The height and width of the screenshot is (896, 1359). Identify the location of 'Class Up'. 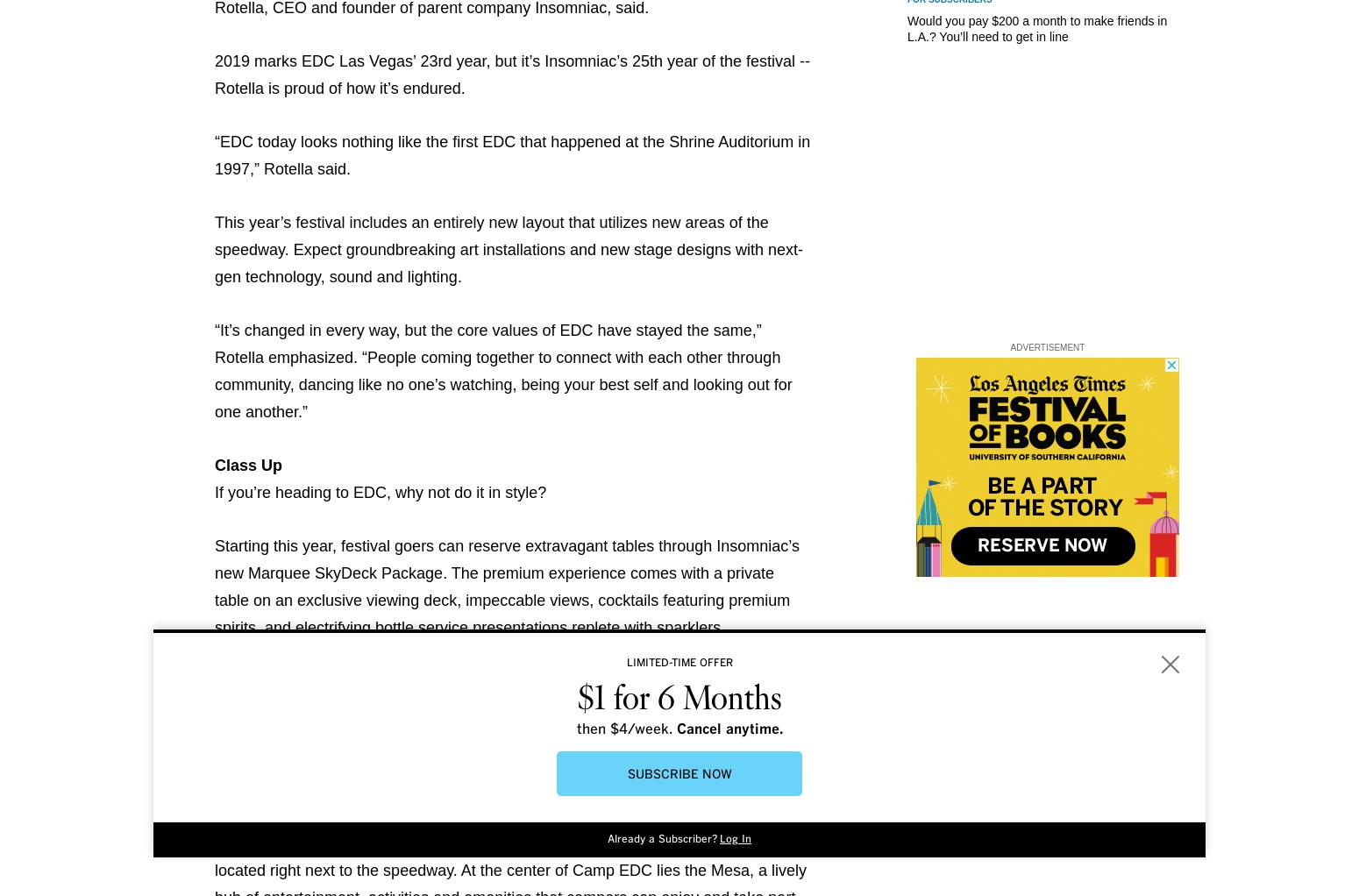
(248, 465).